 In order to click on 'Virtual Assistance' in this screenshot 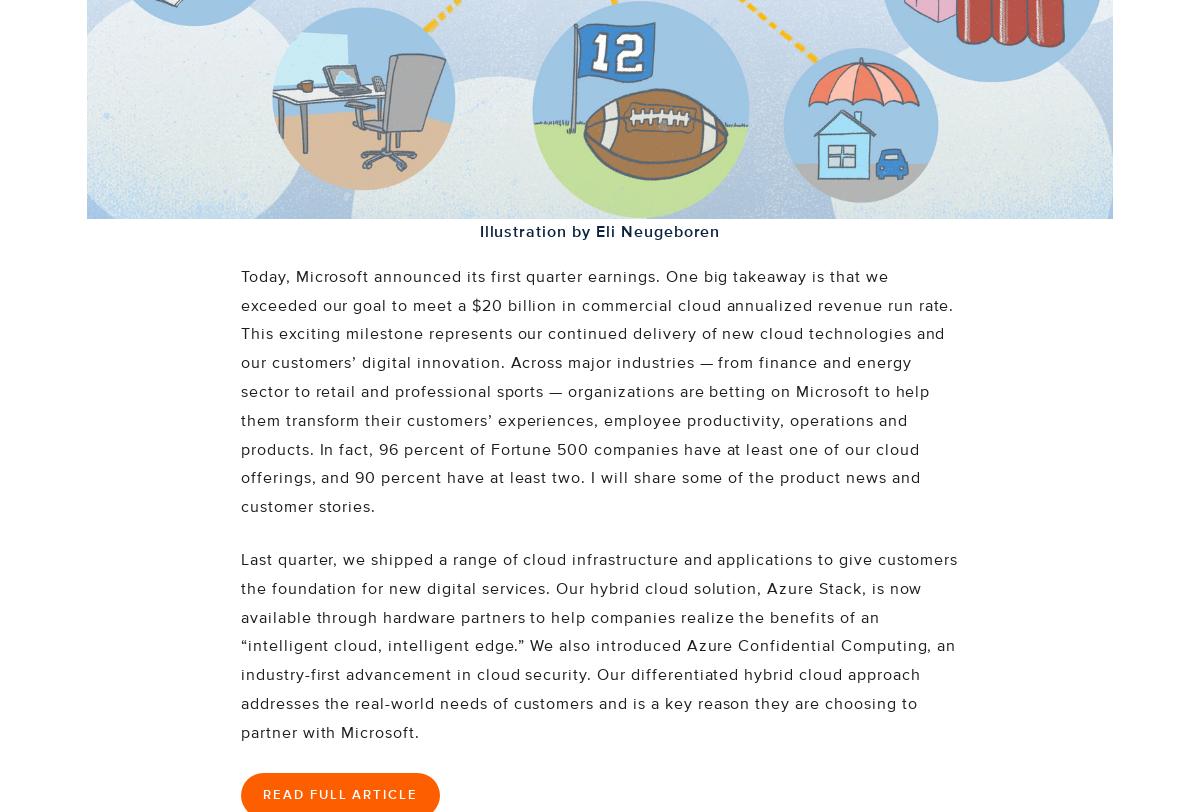, I will do `click(437, 63)`.